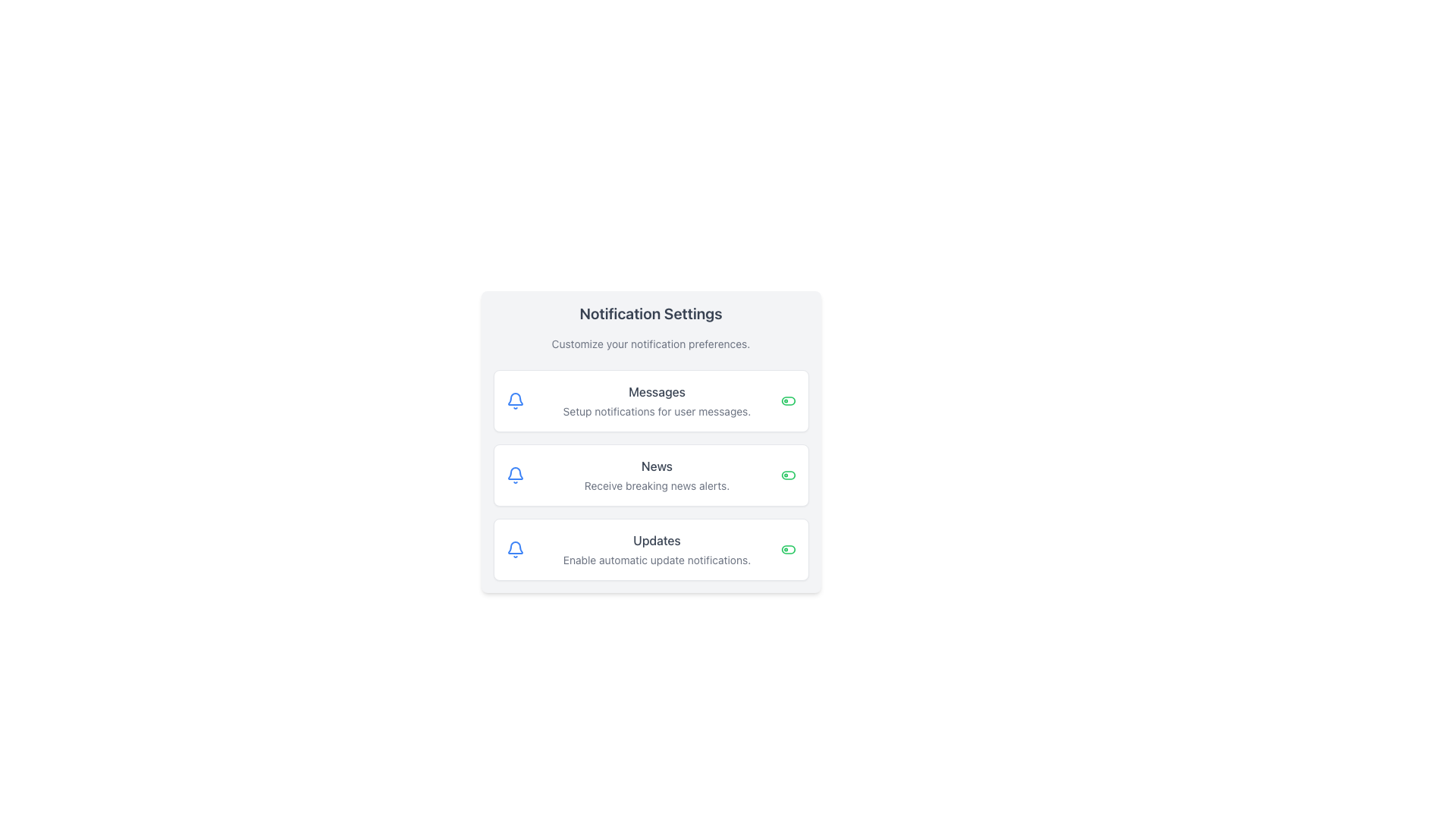 The height and width of the screenshot is (819, 1456). What do you see at coordinates (651, 312) in the screenshot?
I see `the static text label 'Notification Settings' that is styled with a bold font in dark gray, positioned at the top of a card-like section with a light gray background` at bounding box center [651, 312].